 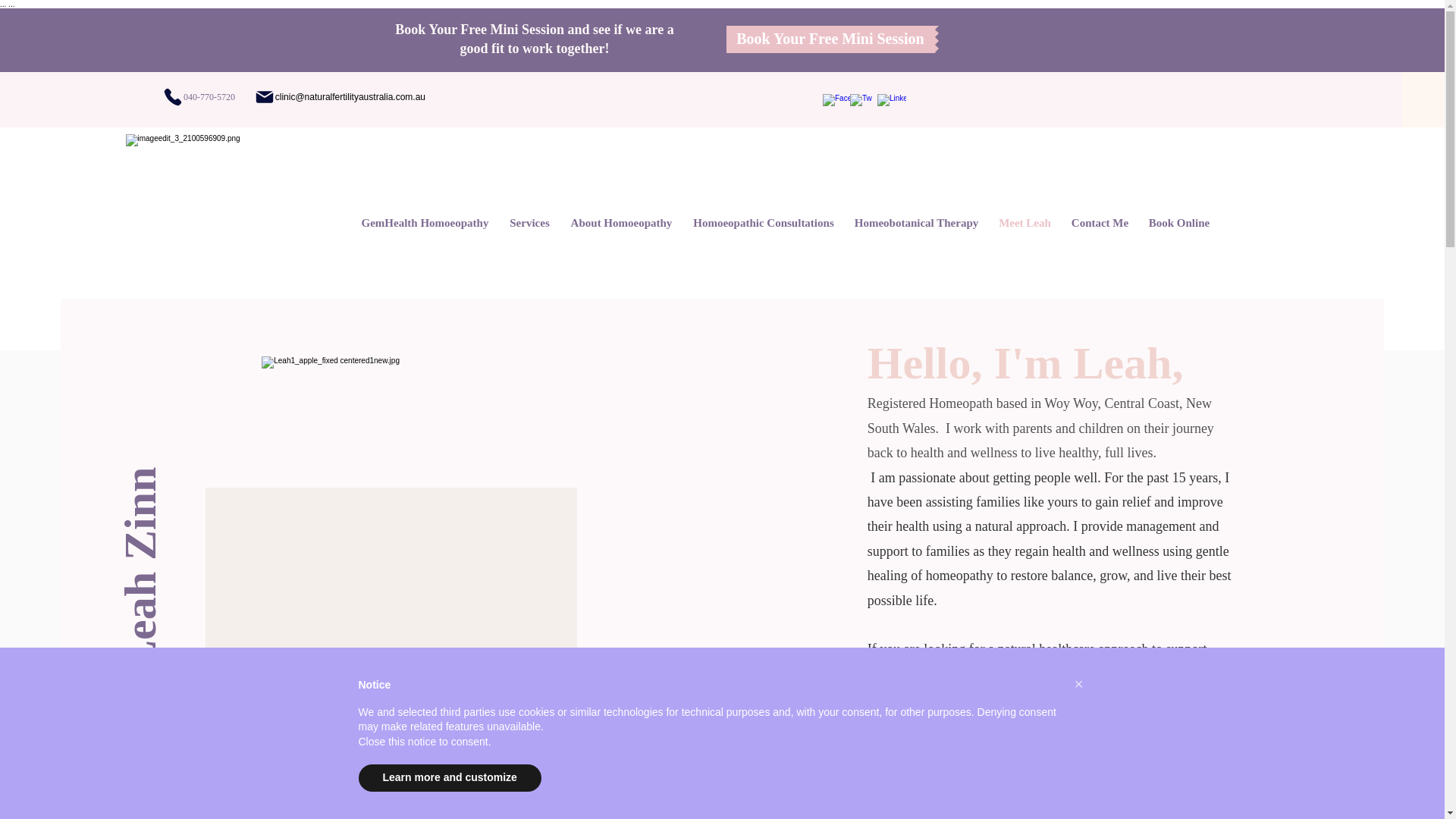 What do you see at coordinates (763, 222) in the screenshot?
I see `'Homoeopathic Consultations'` at bounding box center [763, 222].